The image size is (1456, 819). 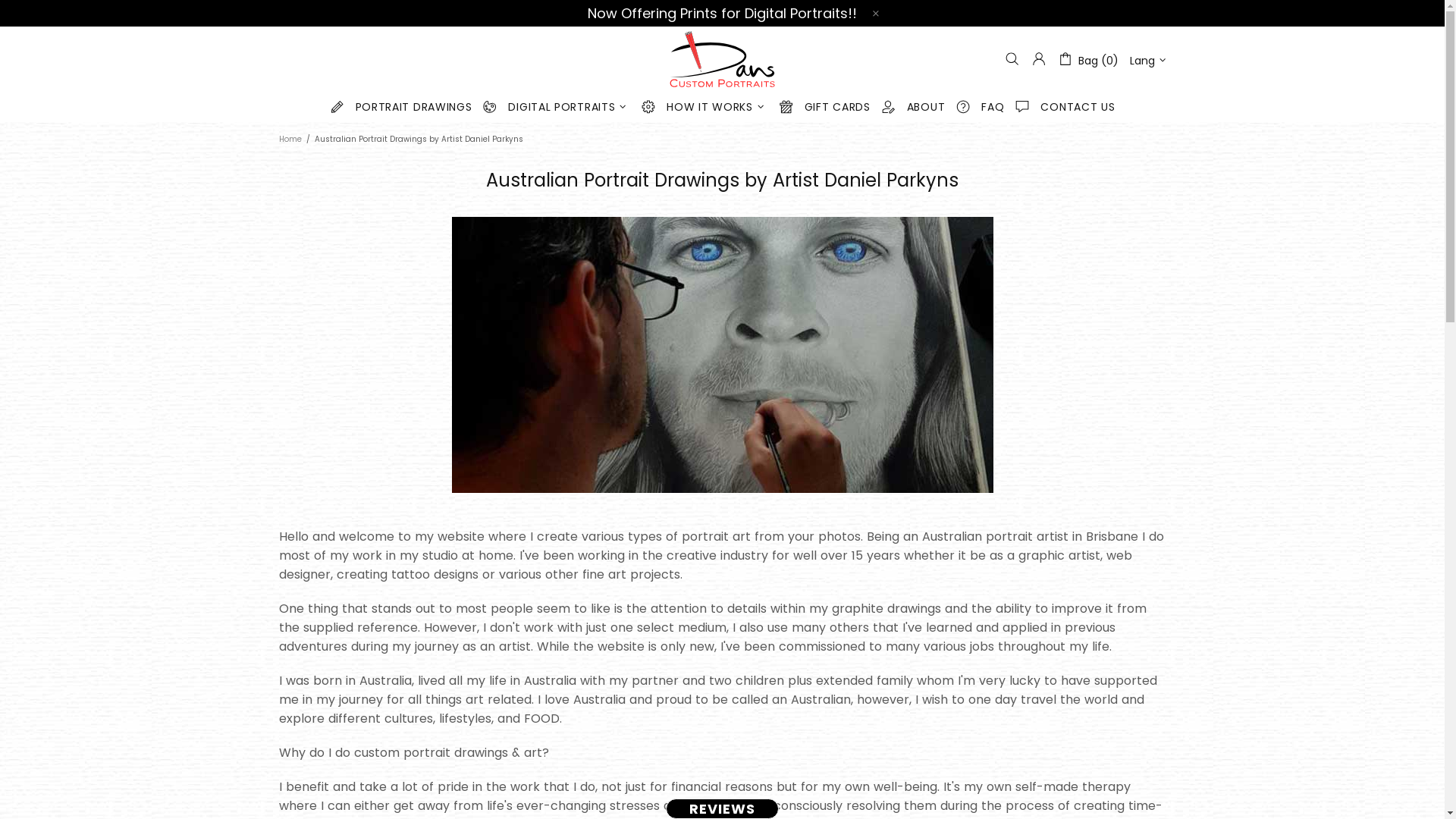 What do you see at coordinates (979, 106) in the screenshot?
I see `'FAQ'` at bounding box center [979, 106].